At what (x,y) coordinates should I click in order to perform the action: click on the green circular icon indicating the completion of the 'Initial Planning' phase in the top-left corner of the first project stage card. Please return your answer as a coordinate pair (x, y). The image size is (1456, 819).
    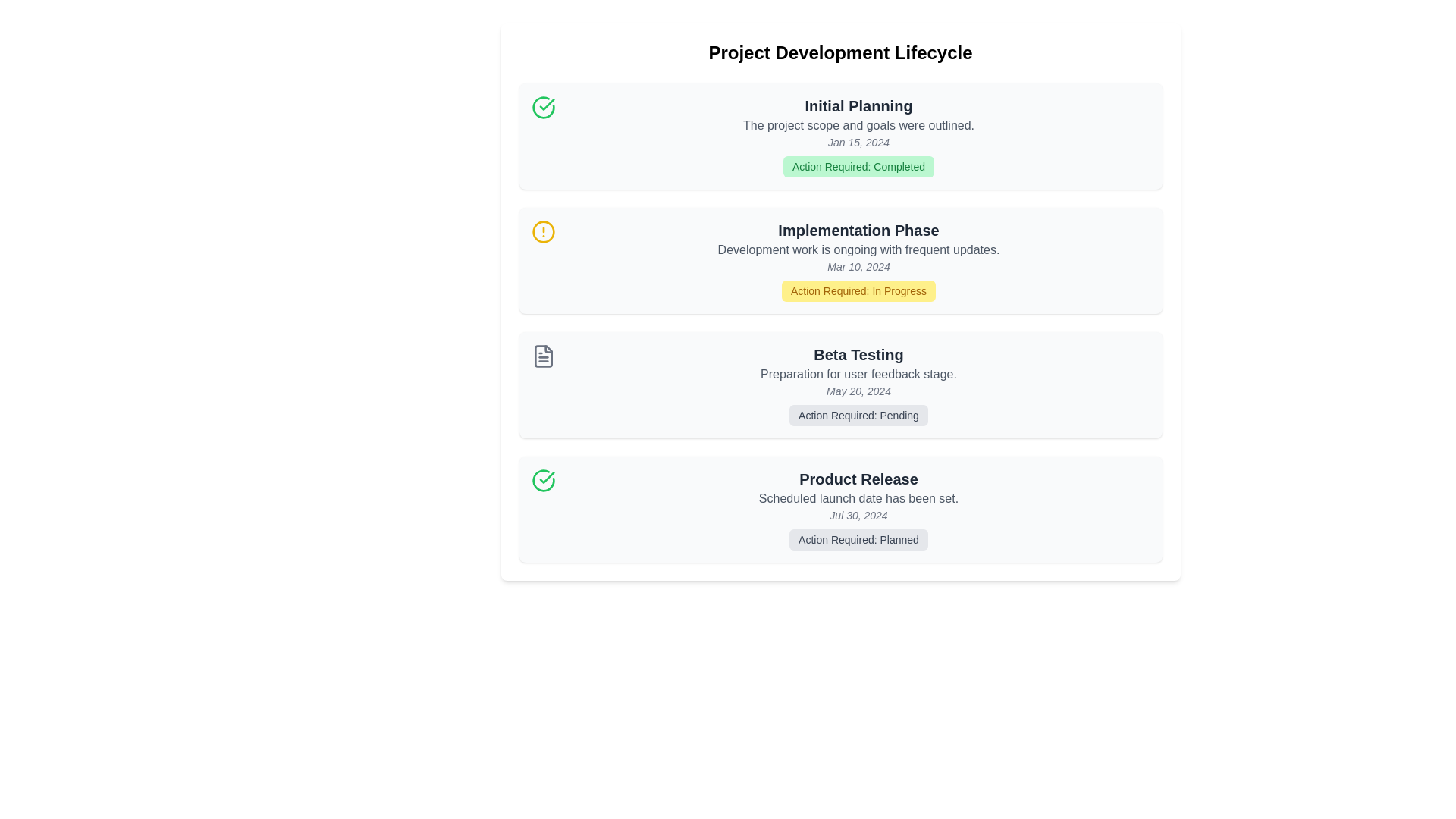
    Looking at the image, I should click on (546, 104).